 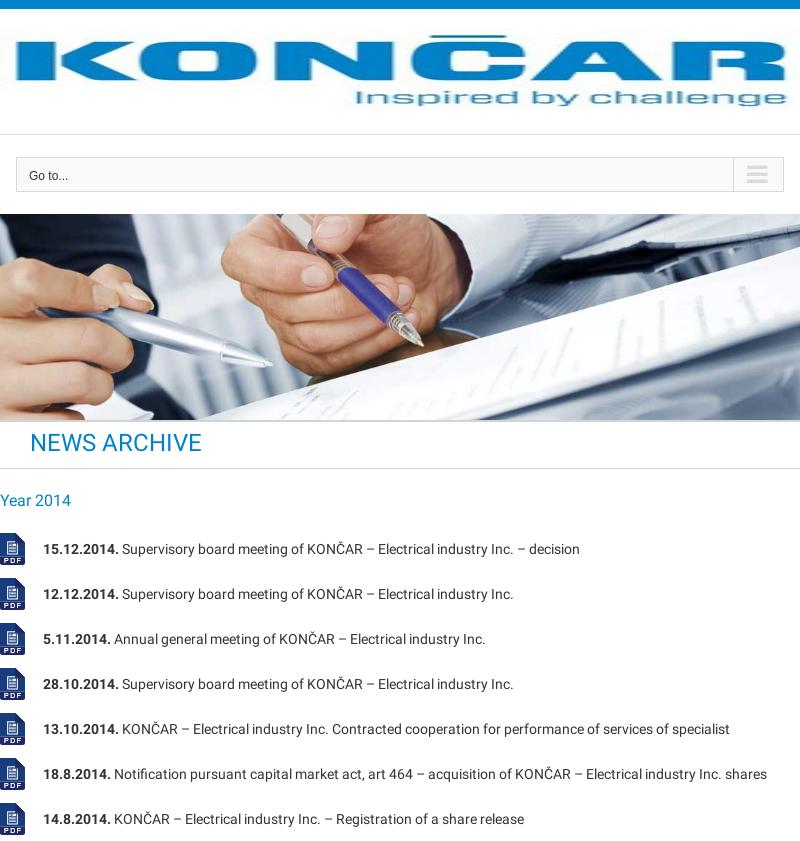 I want to click on 'Go to...', so click(x=47, y=175).